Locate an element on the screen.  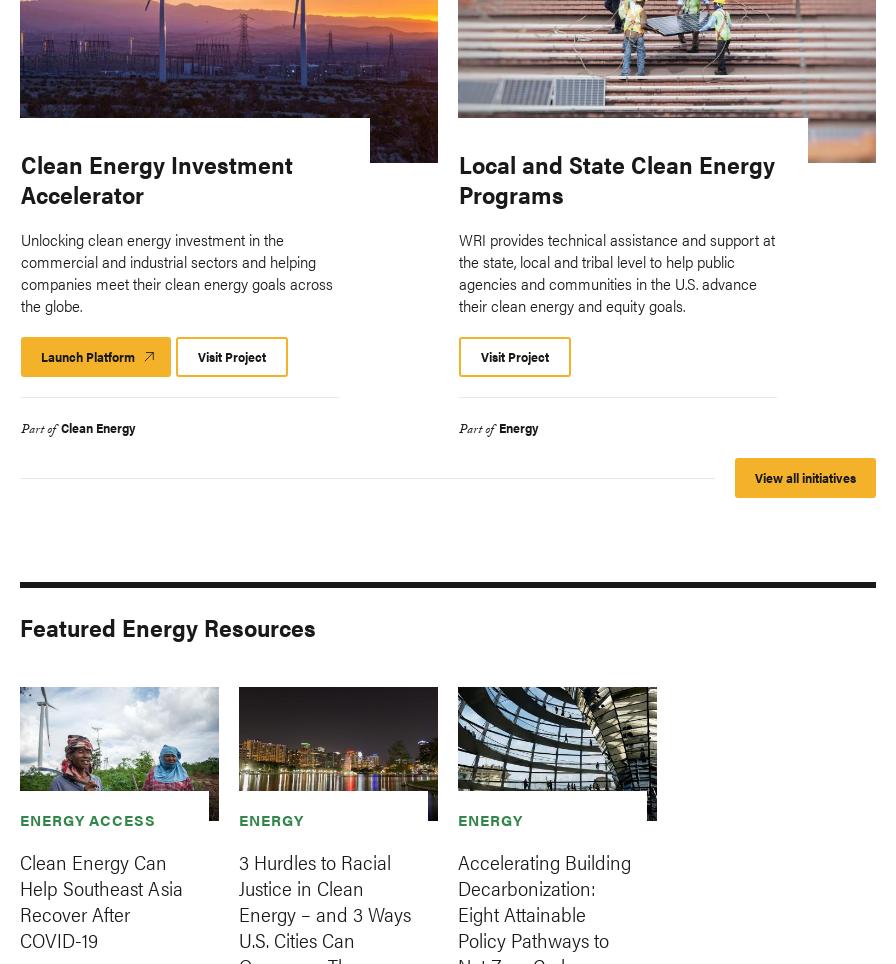
'Unlocking clean energy investment in the commercial and industrial sectors and helping companies meet their clean energy goals across the globe.' is located at coordinates (20, 271).